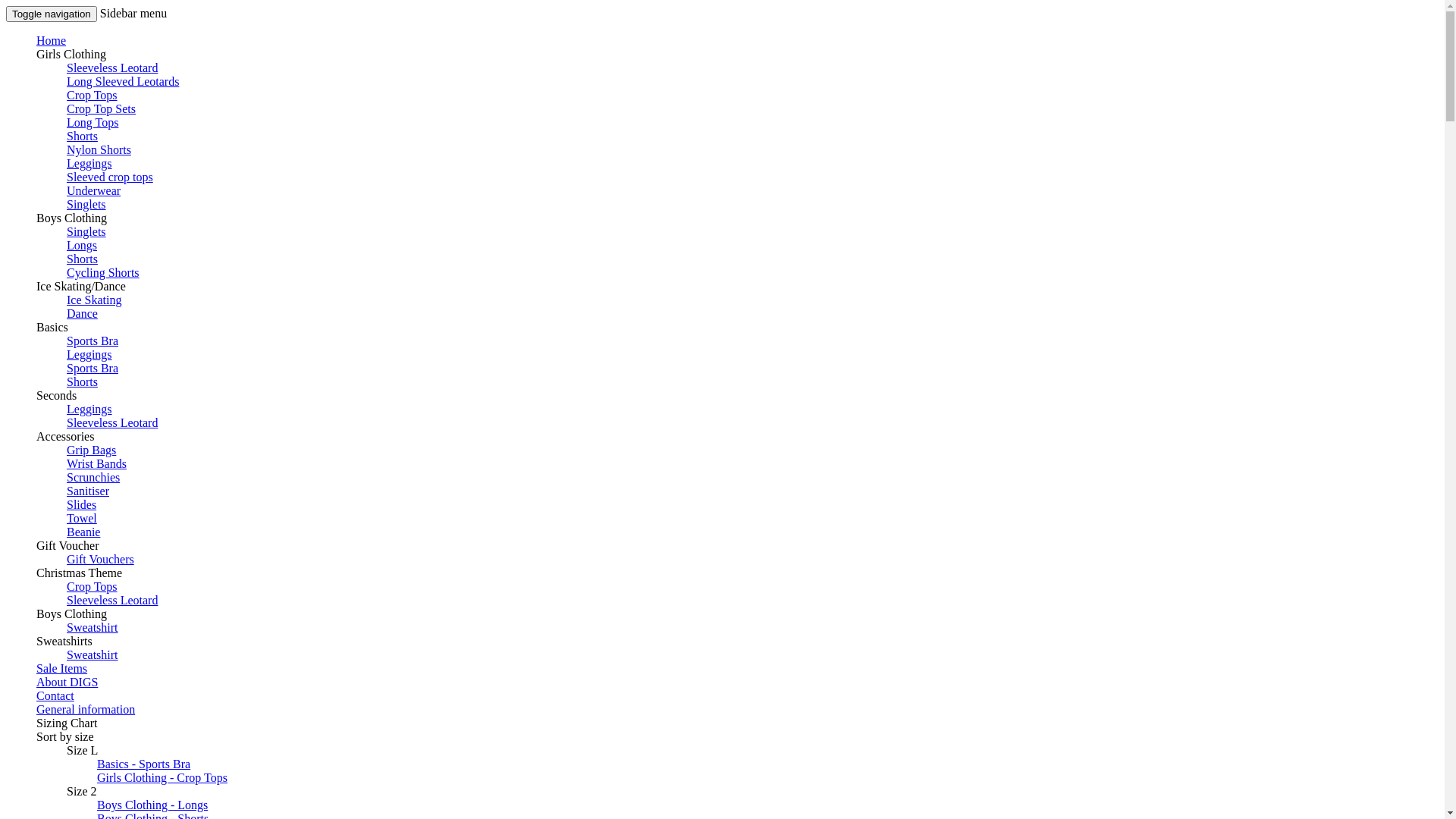  I want to click on 'Sort by size', so click(64, 736).